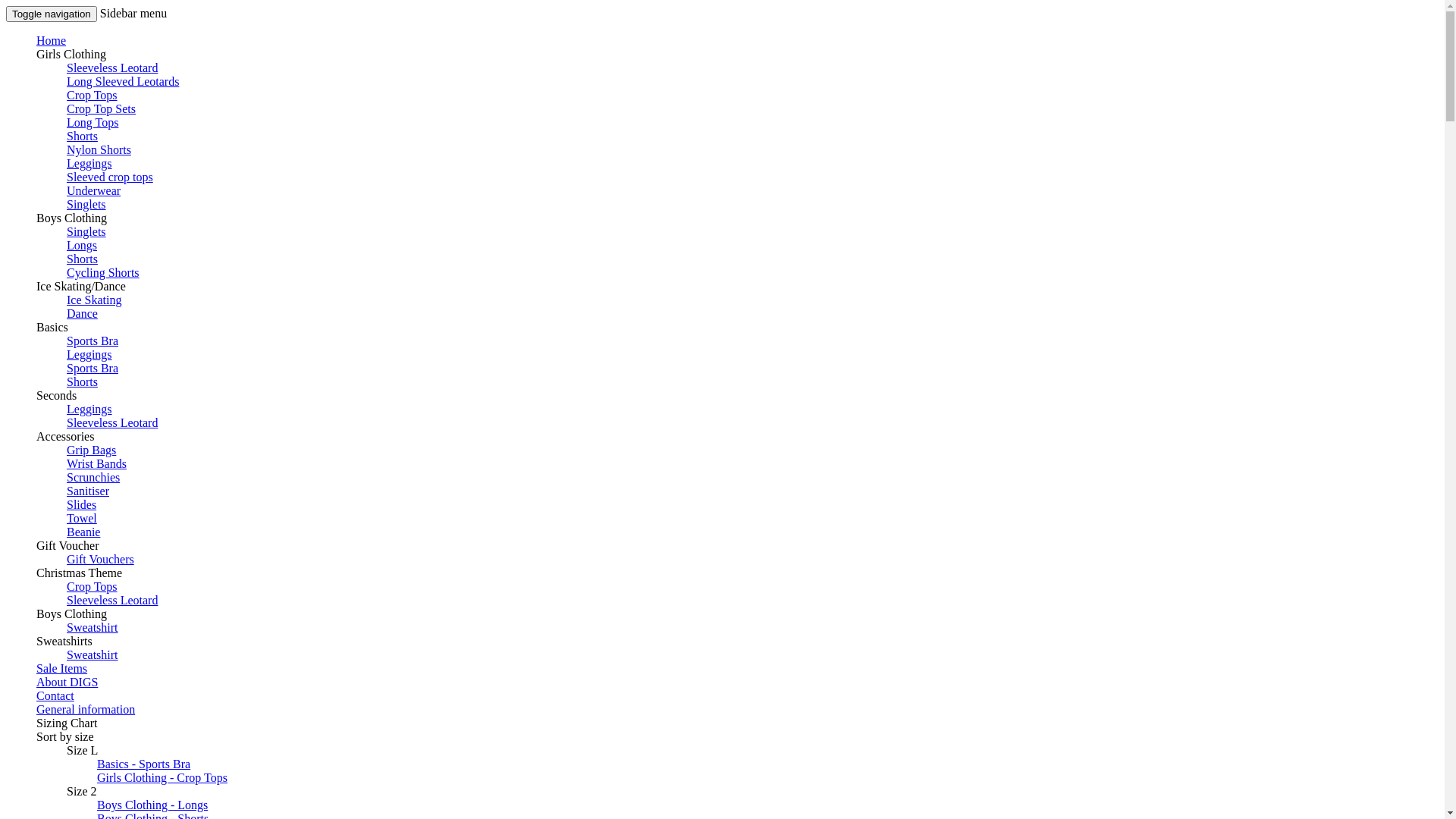  I want to click on 'Sort by size', so click(64, 736).